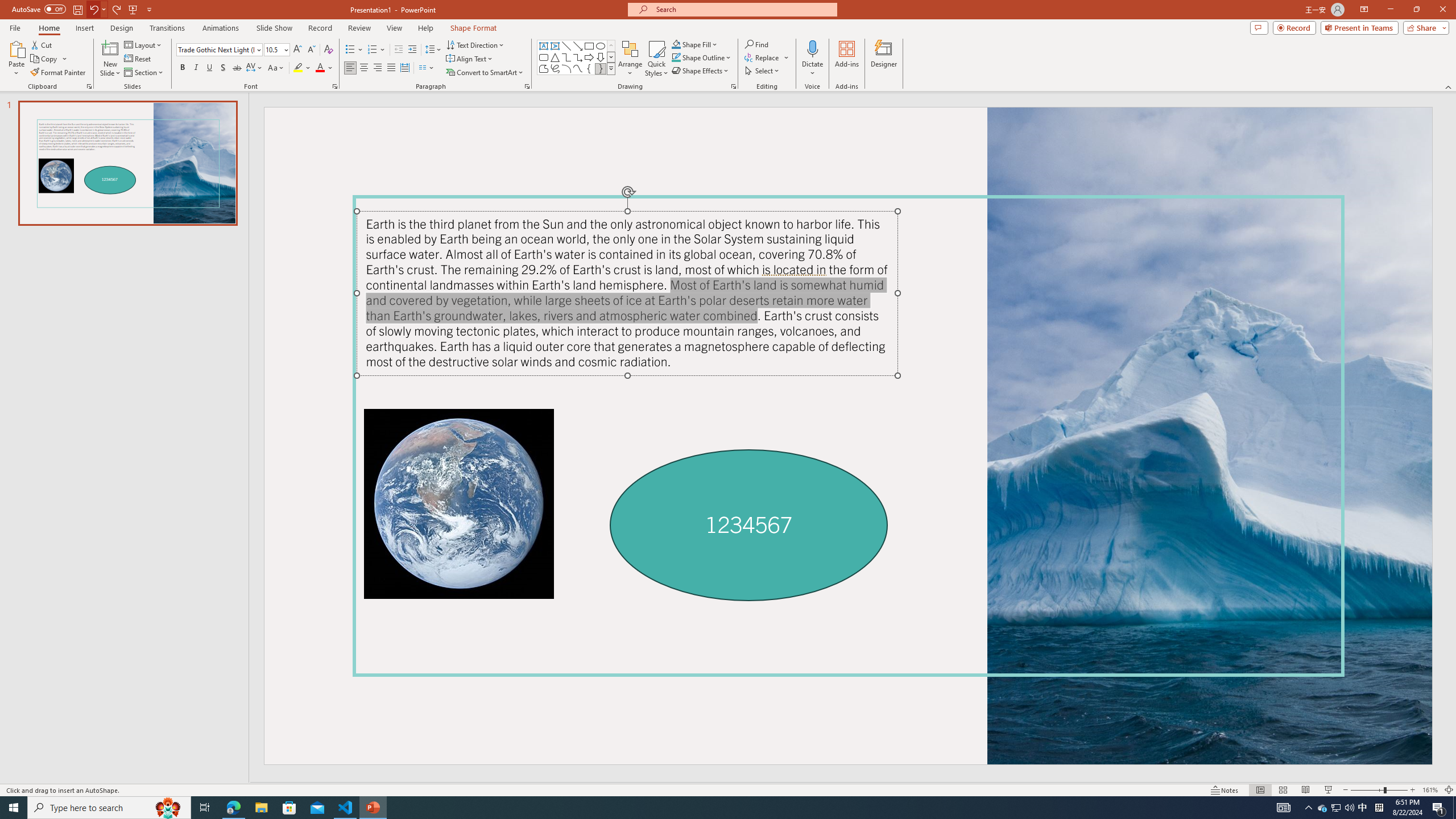 Image resolution: width=1456 pixels, height=819 pixels. I want to click on 'Strikethrough', so click(237, 67).